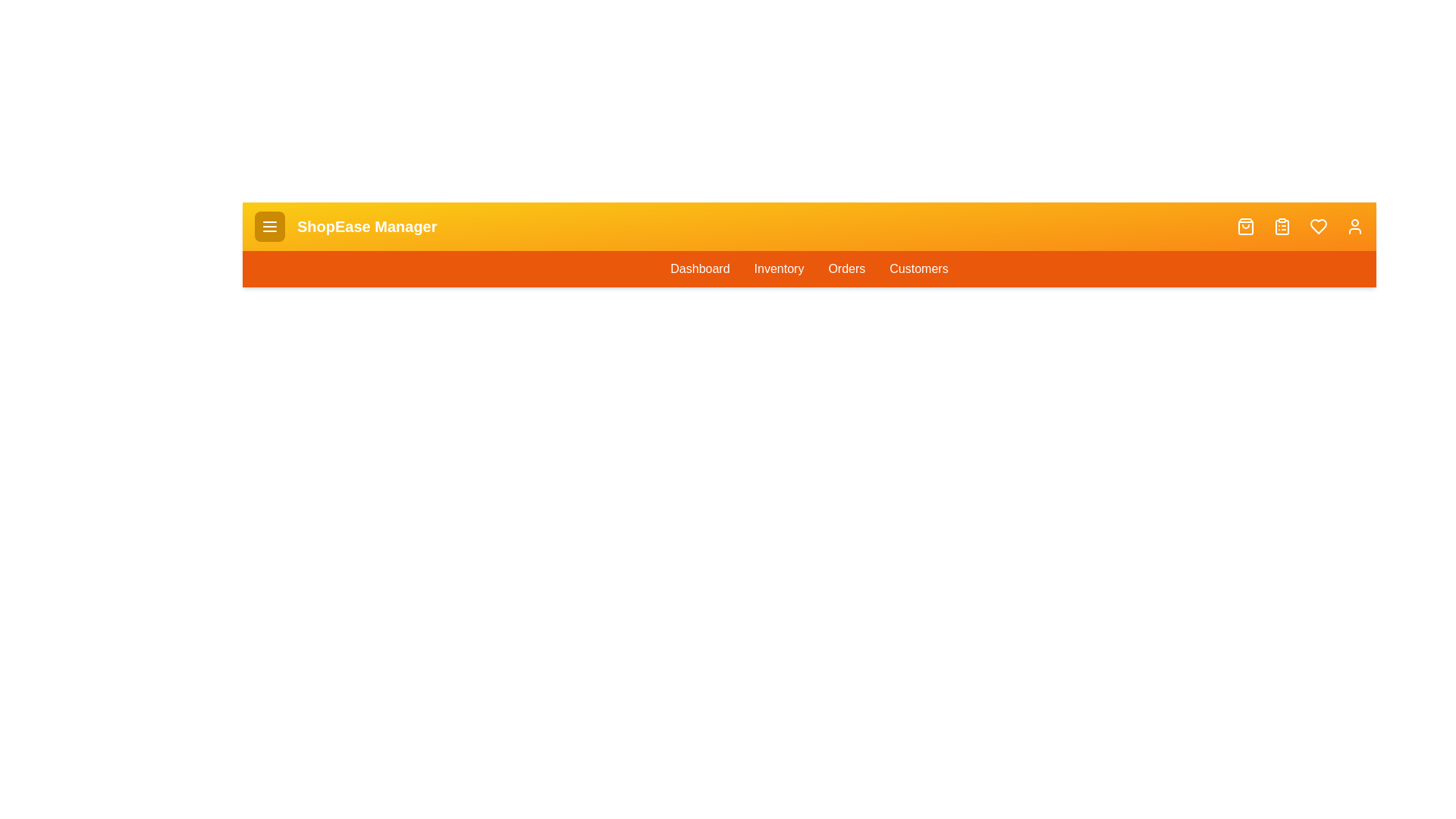  I want to click on the heart_icon to observe its hover effect, so click(1317, 227).